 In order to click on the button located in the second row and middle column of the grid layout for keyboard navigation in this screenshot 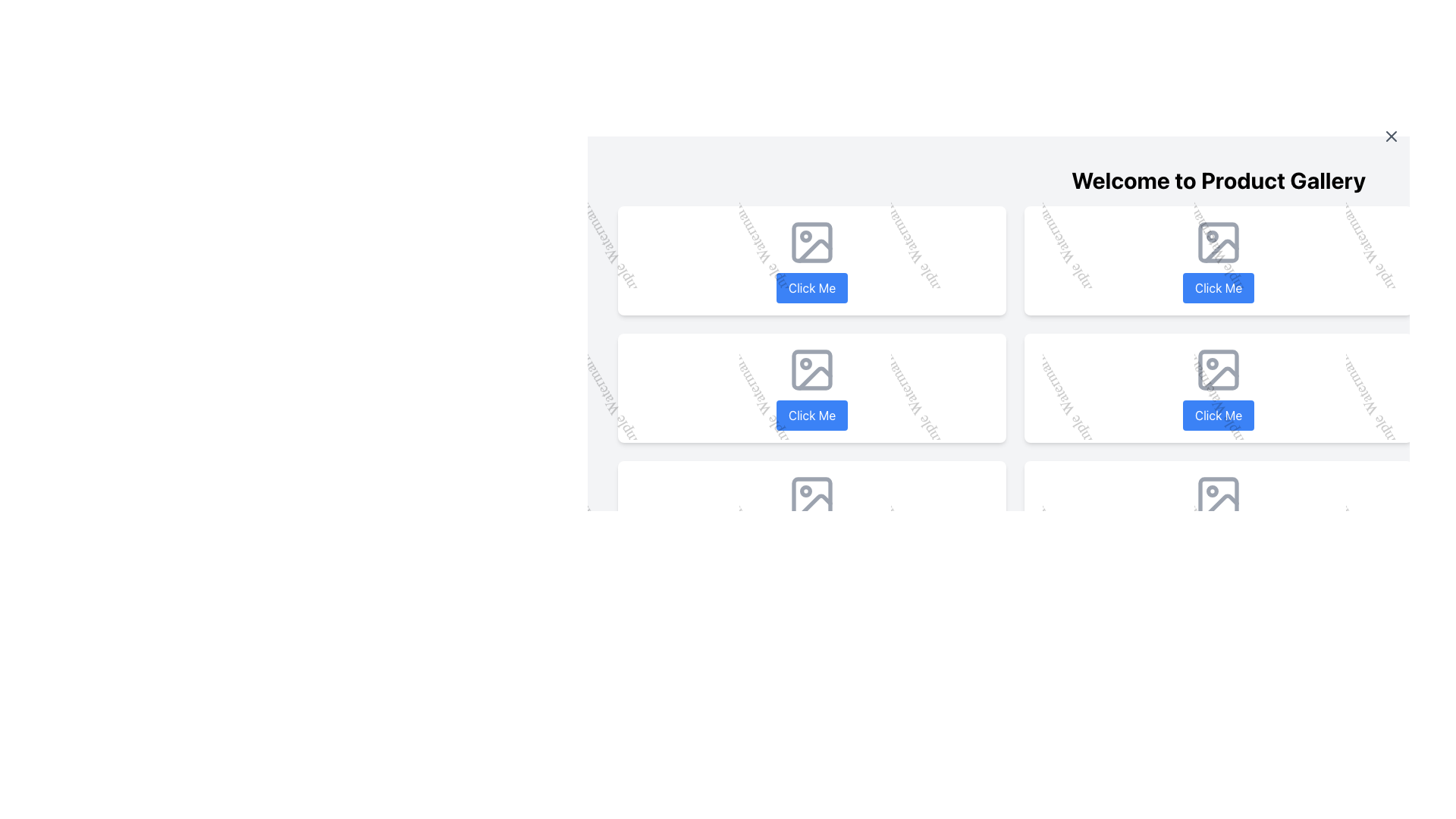, I will do `click(1219, 388)`.